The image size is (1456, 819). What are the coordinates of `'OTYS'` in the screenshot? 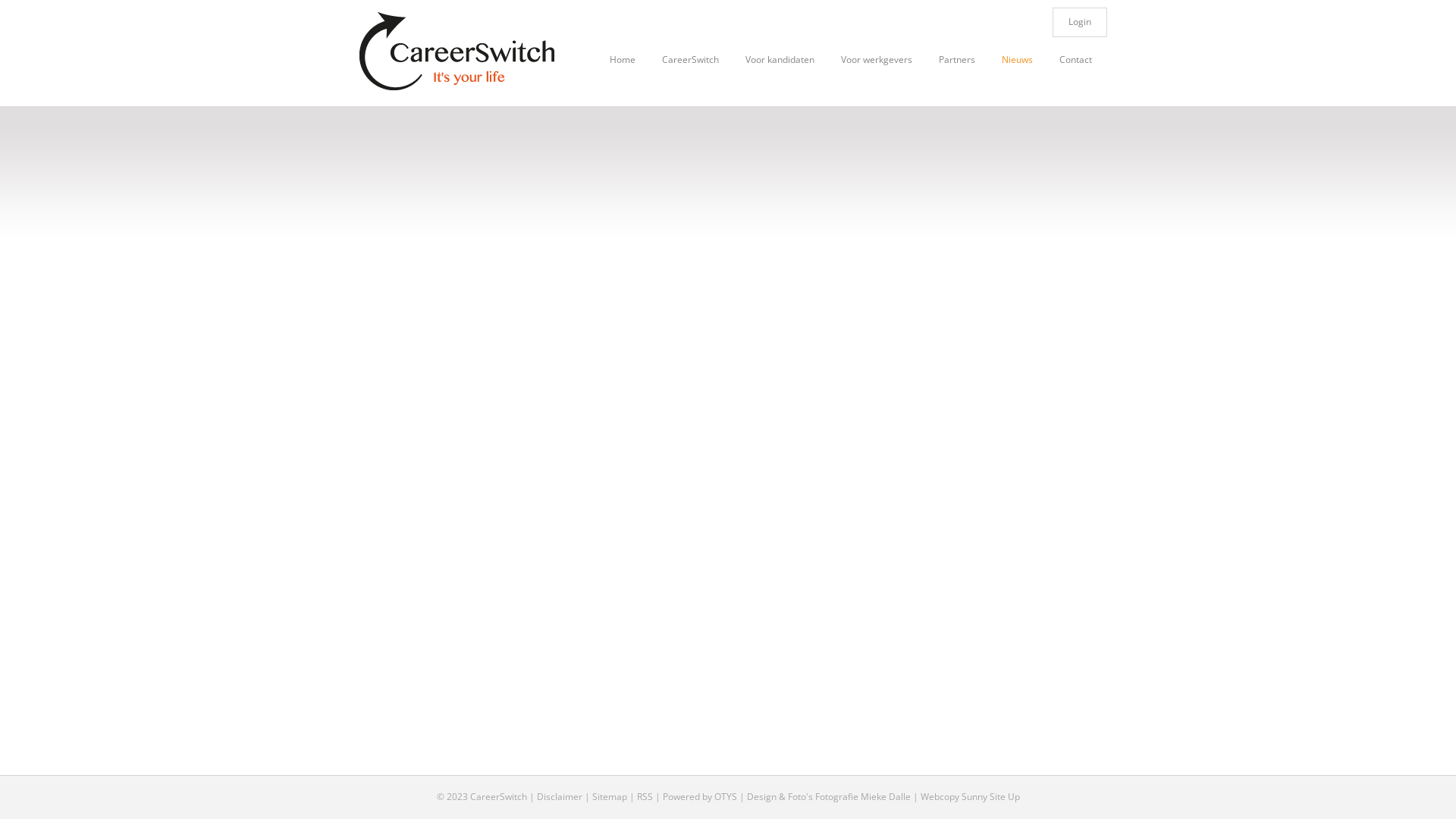 It's located at (713, 795).